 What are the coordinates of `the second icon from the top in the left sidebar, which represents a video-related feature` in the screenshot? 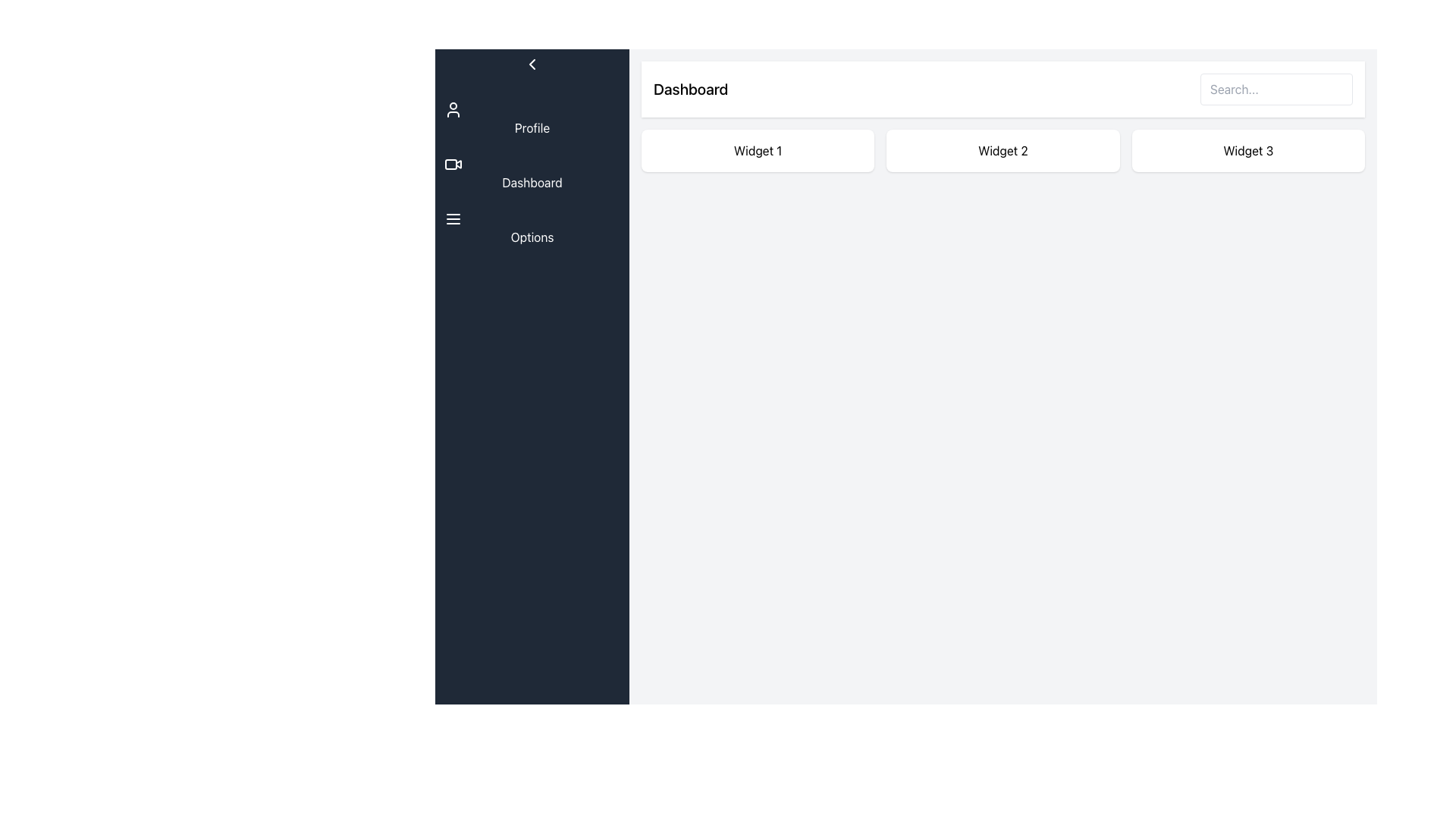 It's located at (457, 164).